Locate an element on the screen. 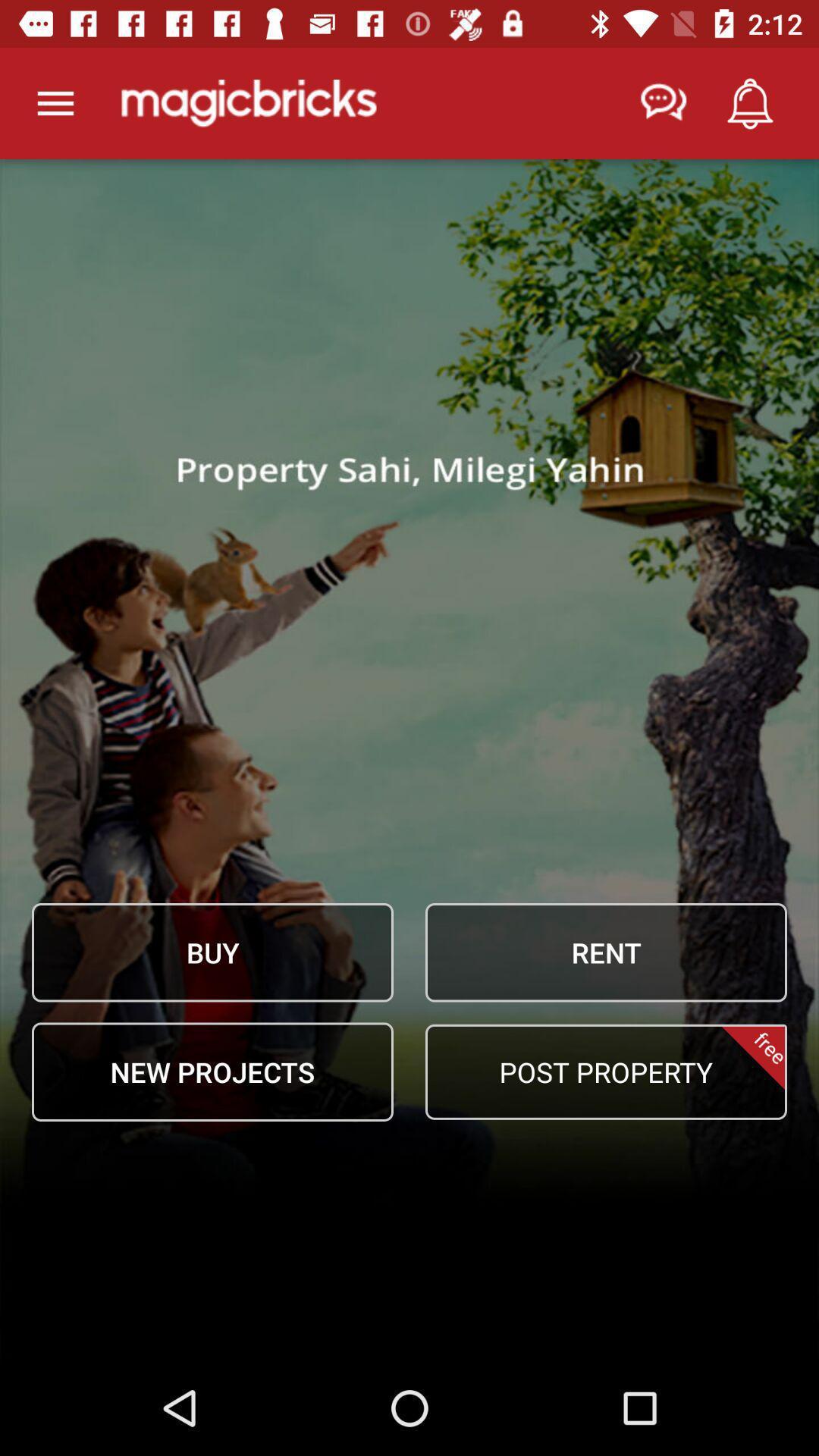 Image resolution: width=819 pixels, height=1456 pixels. new projects is located at coordinates (212, 1071).